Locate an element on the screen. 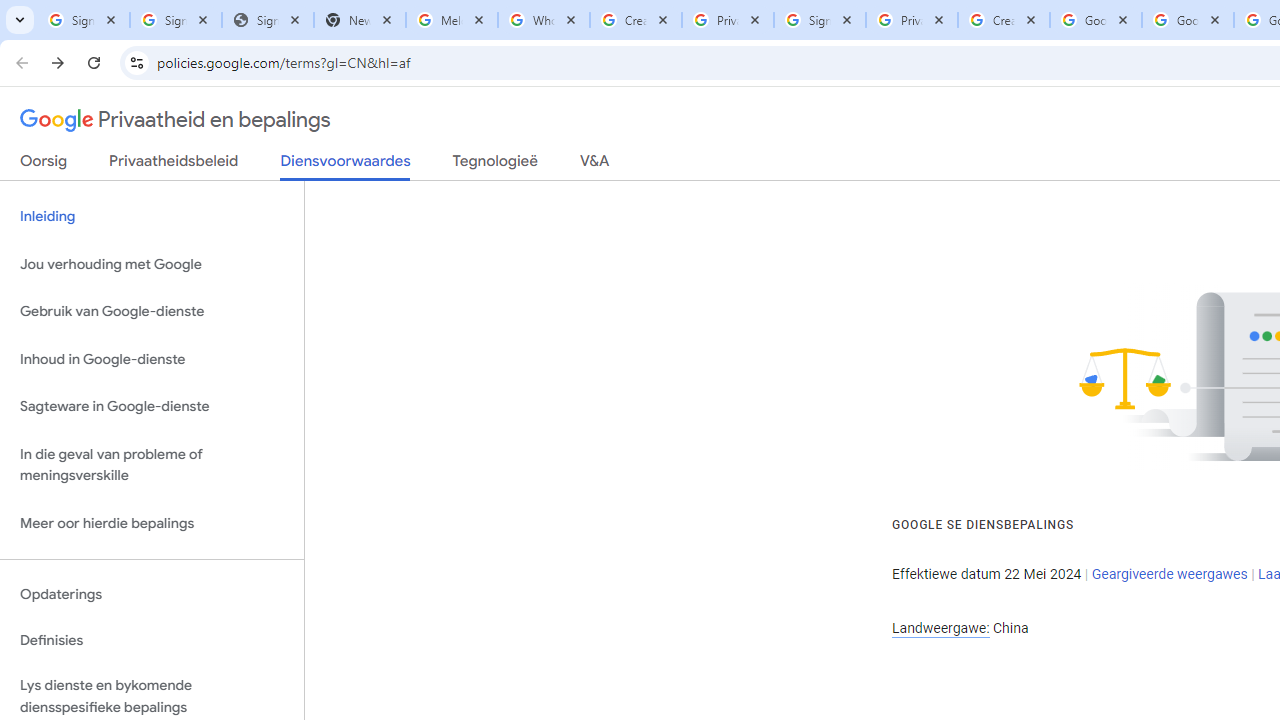  'Meer oor hierdie bepalings' is located at coordinates (151, 522).